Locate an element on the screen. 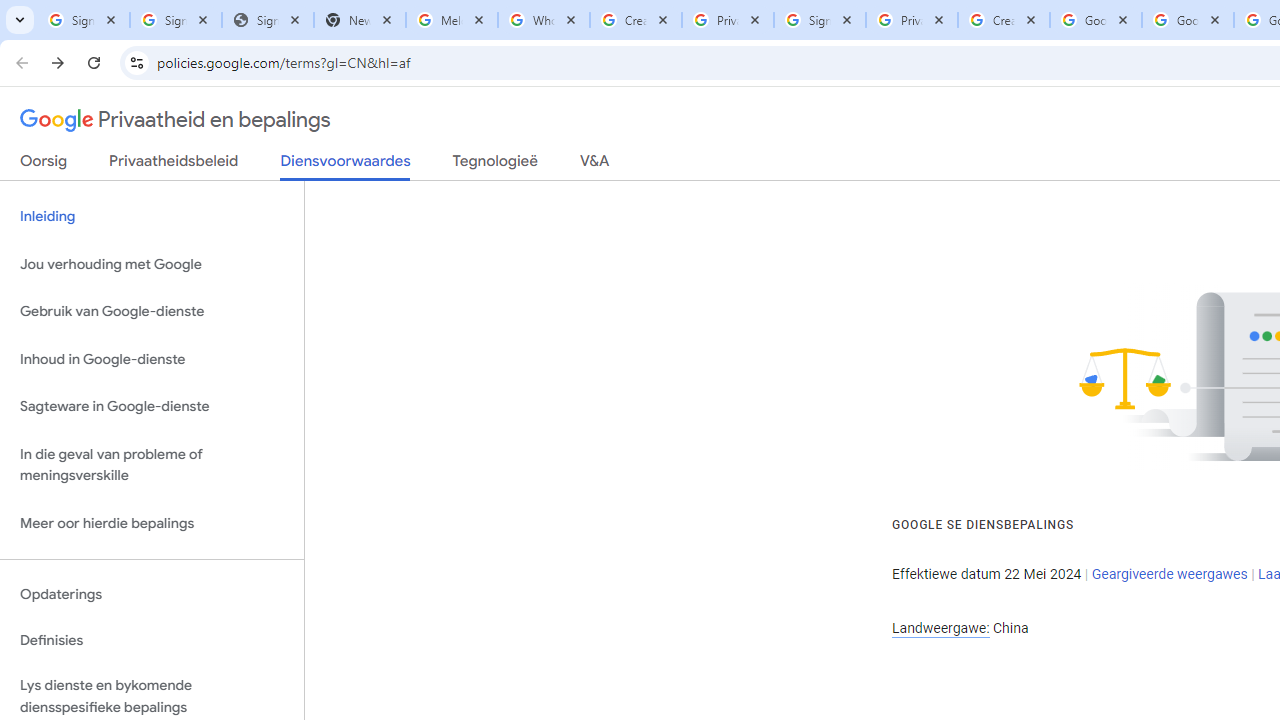  'Meer oor hierdie bepalings' is located at coordinates (151, 522).